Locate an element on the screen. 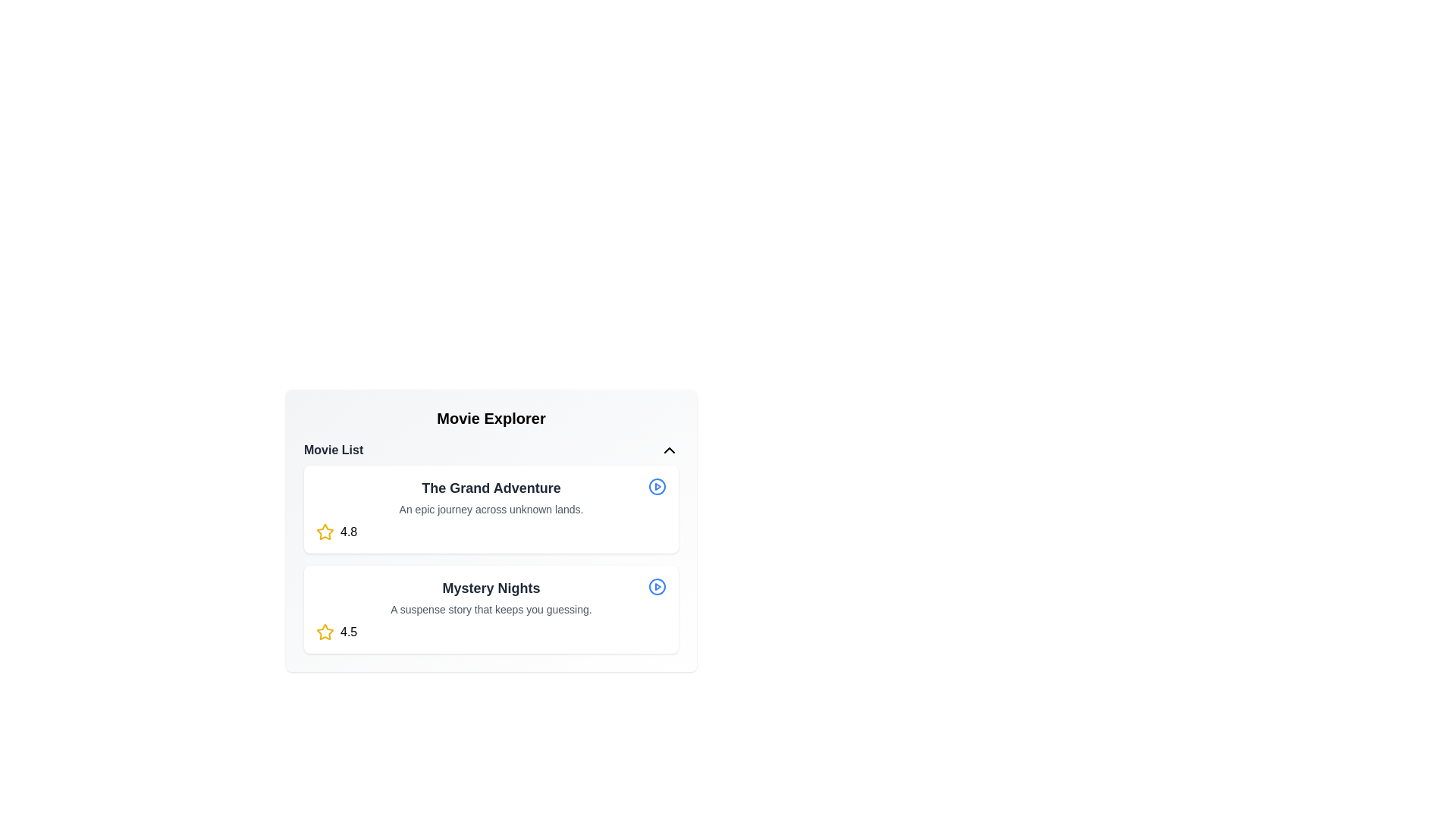 Image resolution: width=1456 pixels, height=819 pixels. the 'Movie List' header to toggle the expansion of the movie list is located at coordinates (491, 450).